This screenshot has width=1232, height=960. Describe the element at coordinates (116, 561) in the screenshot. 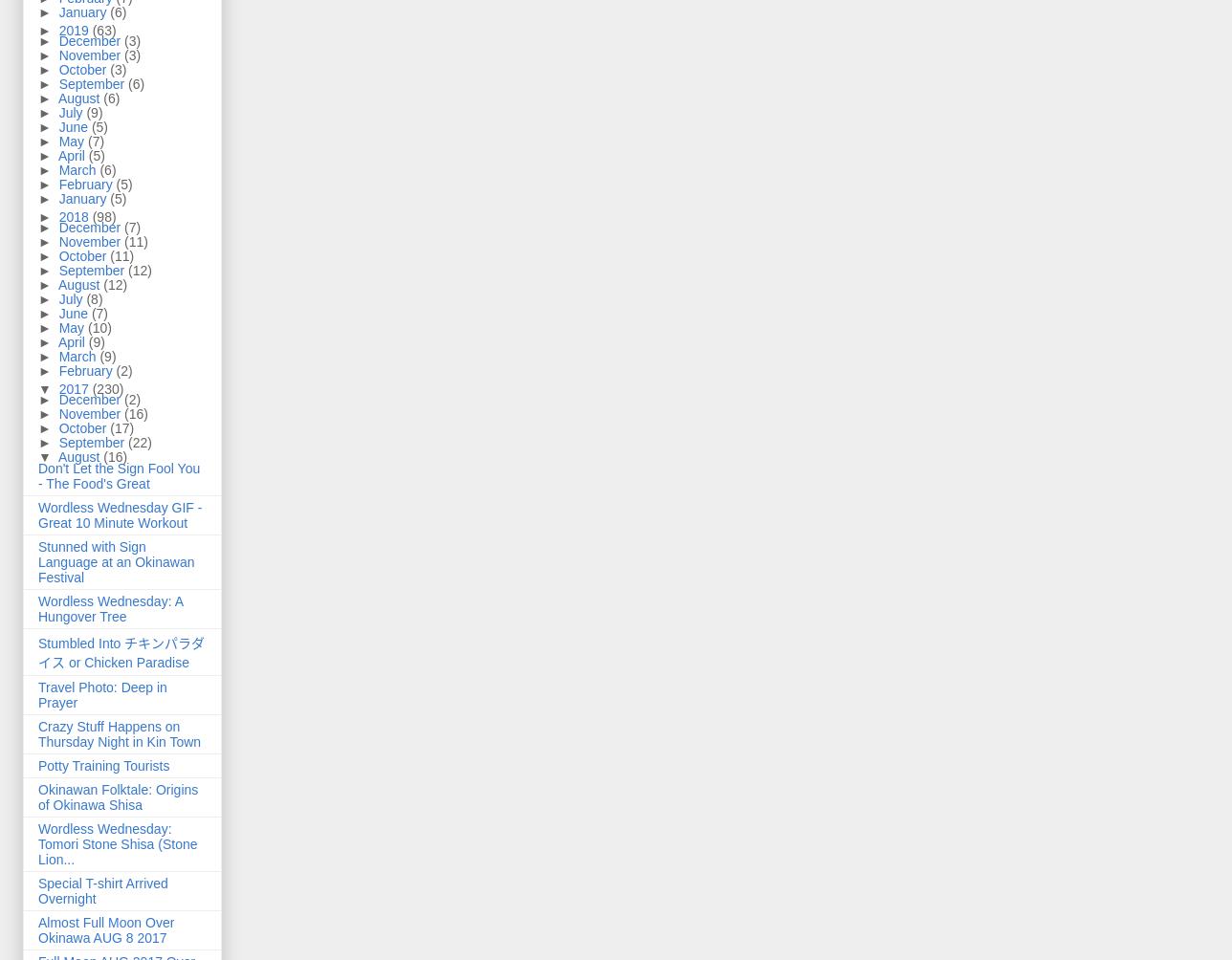

I see `'Stunned with Sign Language at an Okinawan Festival'` at that location.